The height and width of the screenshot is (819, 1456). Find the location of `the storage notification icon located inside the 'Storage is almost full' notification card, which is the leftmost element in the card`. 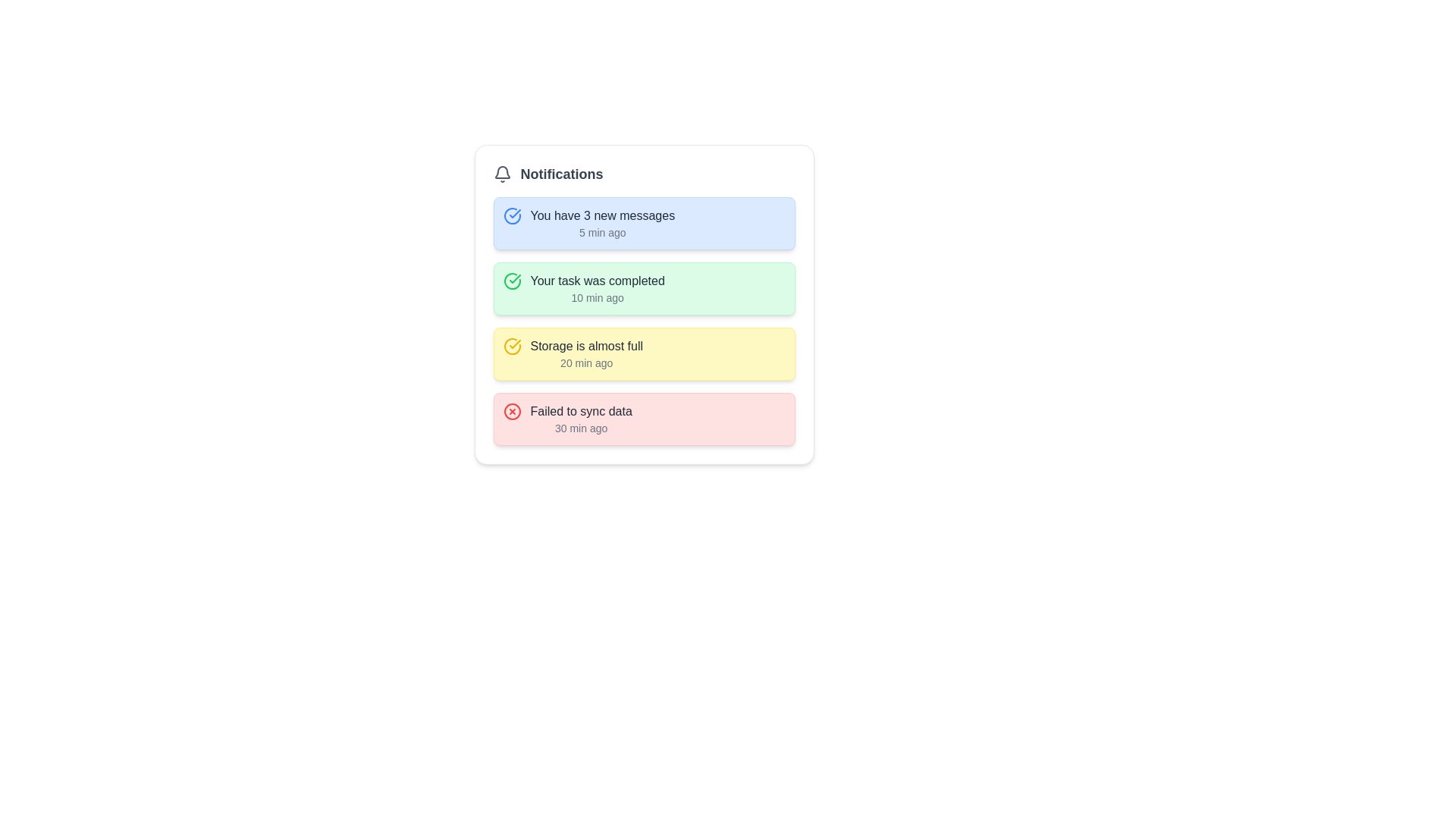

the storage notification icon located inside the 'Storage is almost full' notification card, which is the leftmost element in the card is located at coordinates (512, 346).